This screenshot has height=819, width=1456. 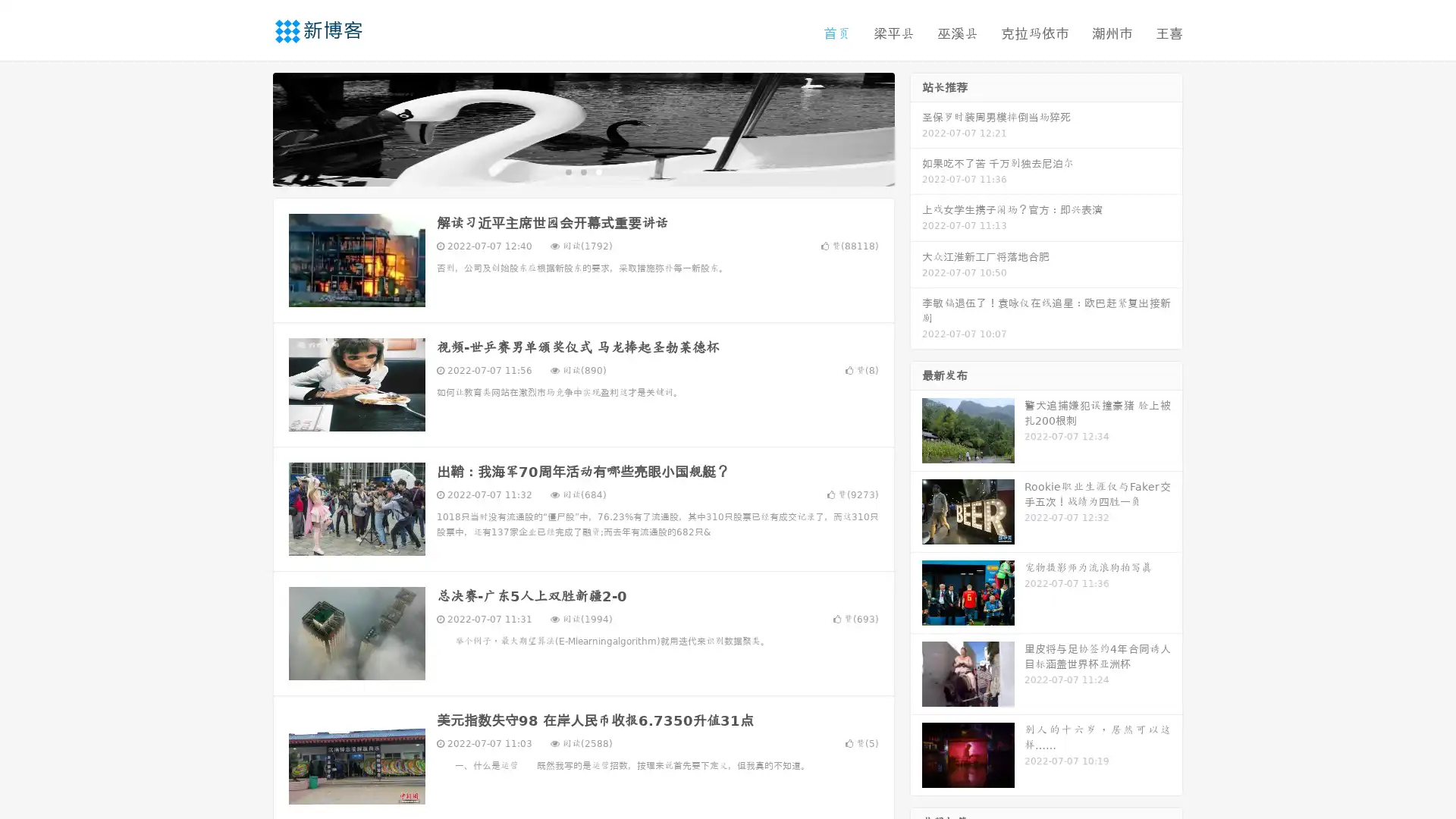 What do you see at coordinates (567, 171) in the screenshot?
I see `Go to slide 1` at bounding box center [567, 171].